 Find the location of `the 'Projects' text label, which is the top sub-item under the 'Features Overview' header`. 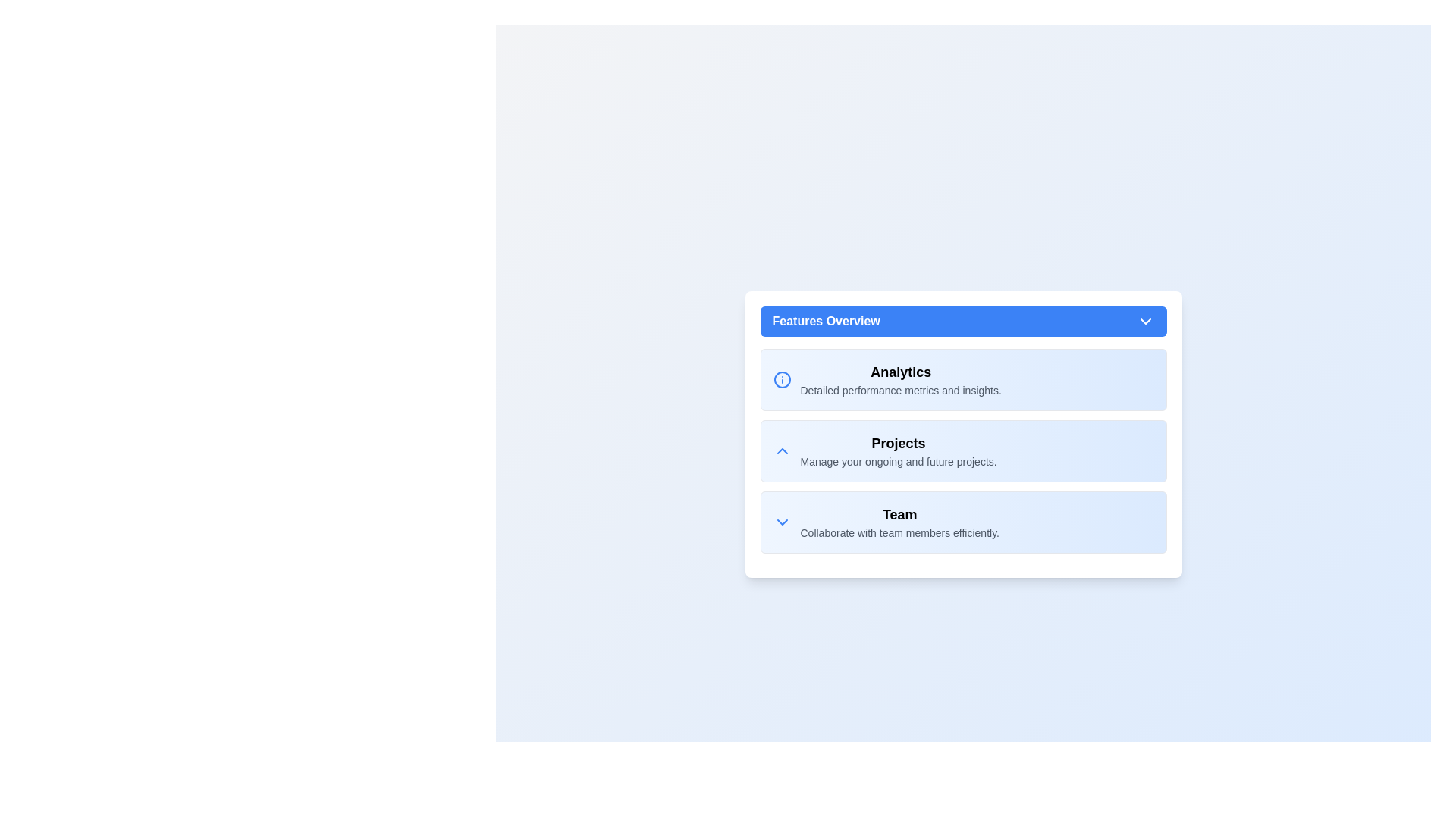

the 'Projects' text label, which is the top sub-item under the 'Features Overview' header is located at coordinates (899, 444).